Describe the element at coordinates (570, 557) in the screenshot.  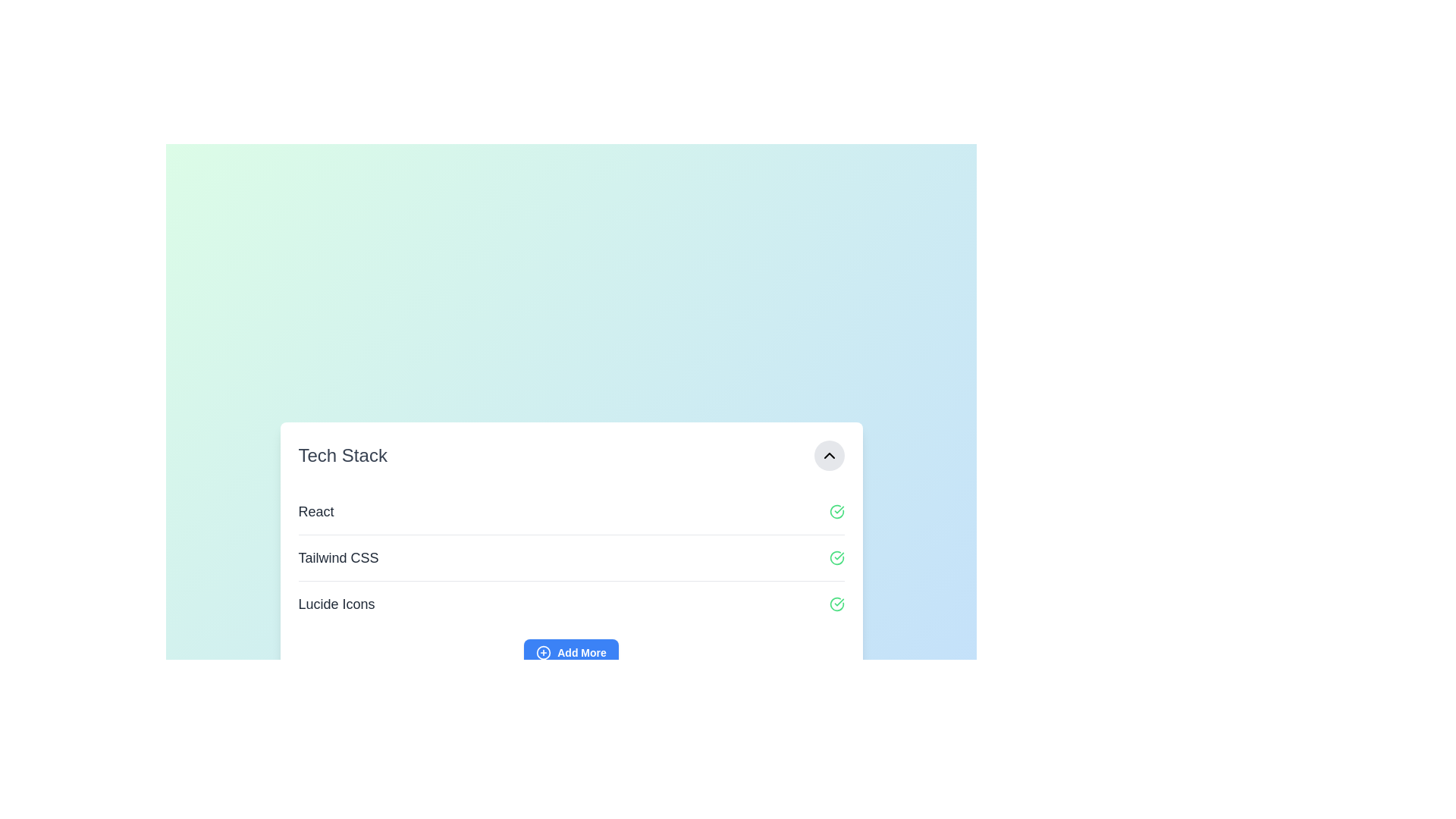
I see `the checkmark icon of the second item in the 'Tech Stack' list` at that location.